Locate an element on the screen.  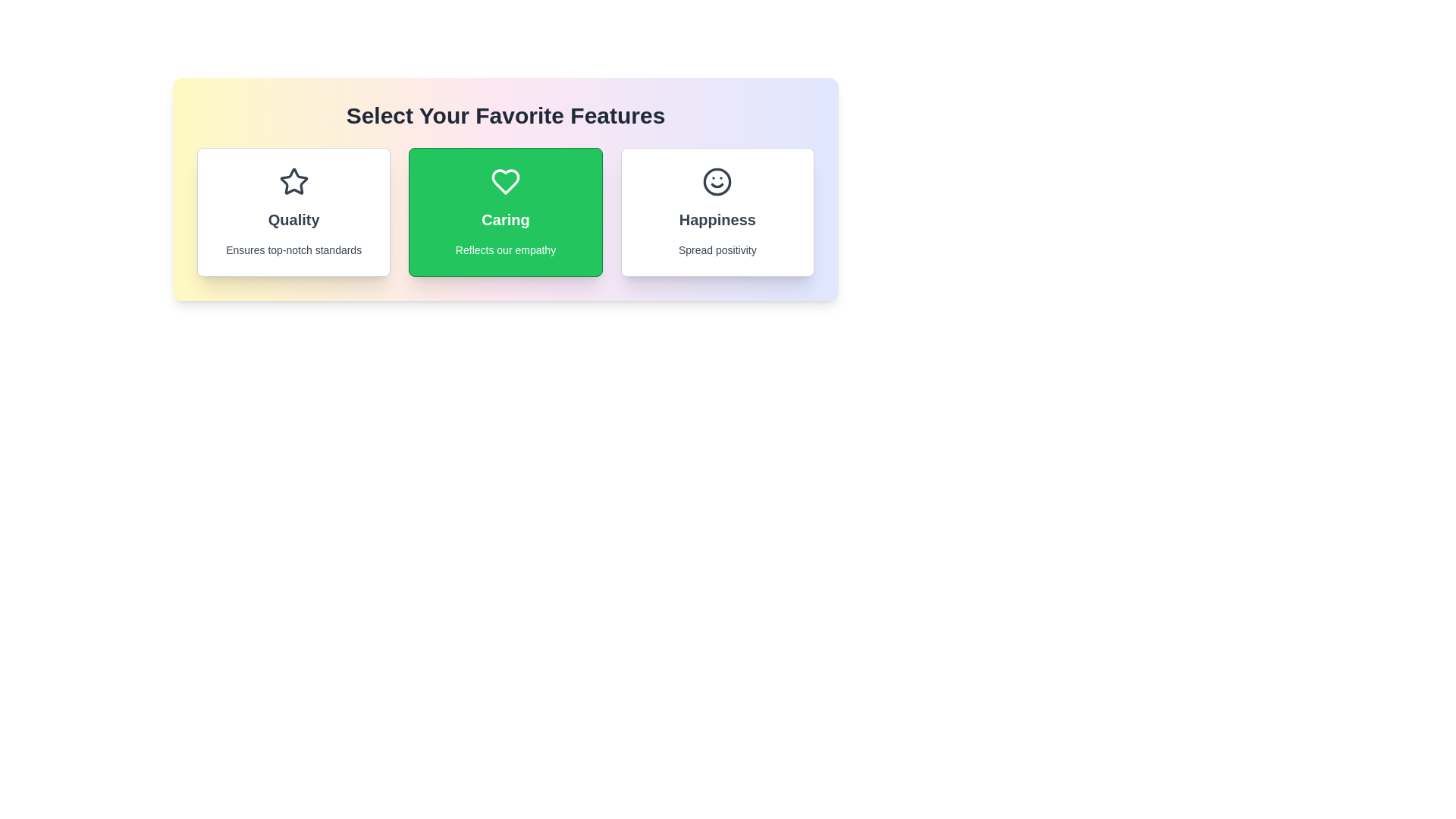
the feature card labeled Happiness is located at coordinates (717, 212).